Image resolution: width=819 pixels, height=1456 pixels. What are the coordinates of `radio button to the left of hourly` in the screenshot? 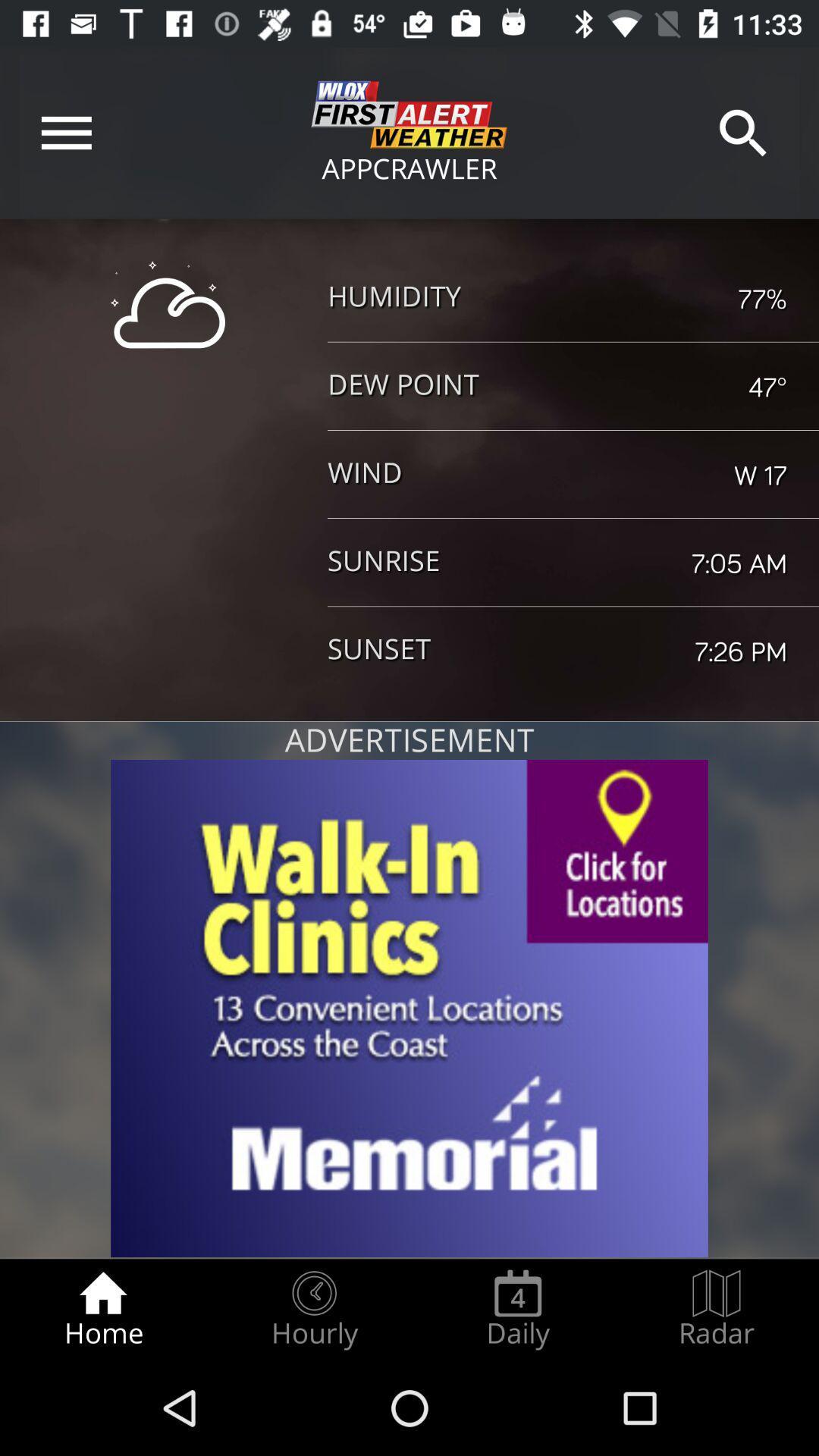 It's located at (102, 1309).